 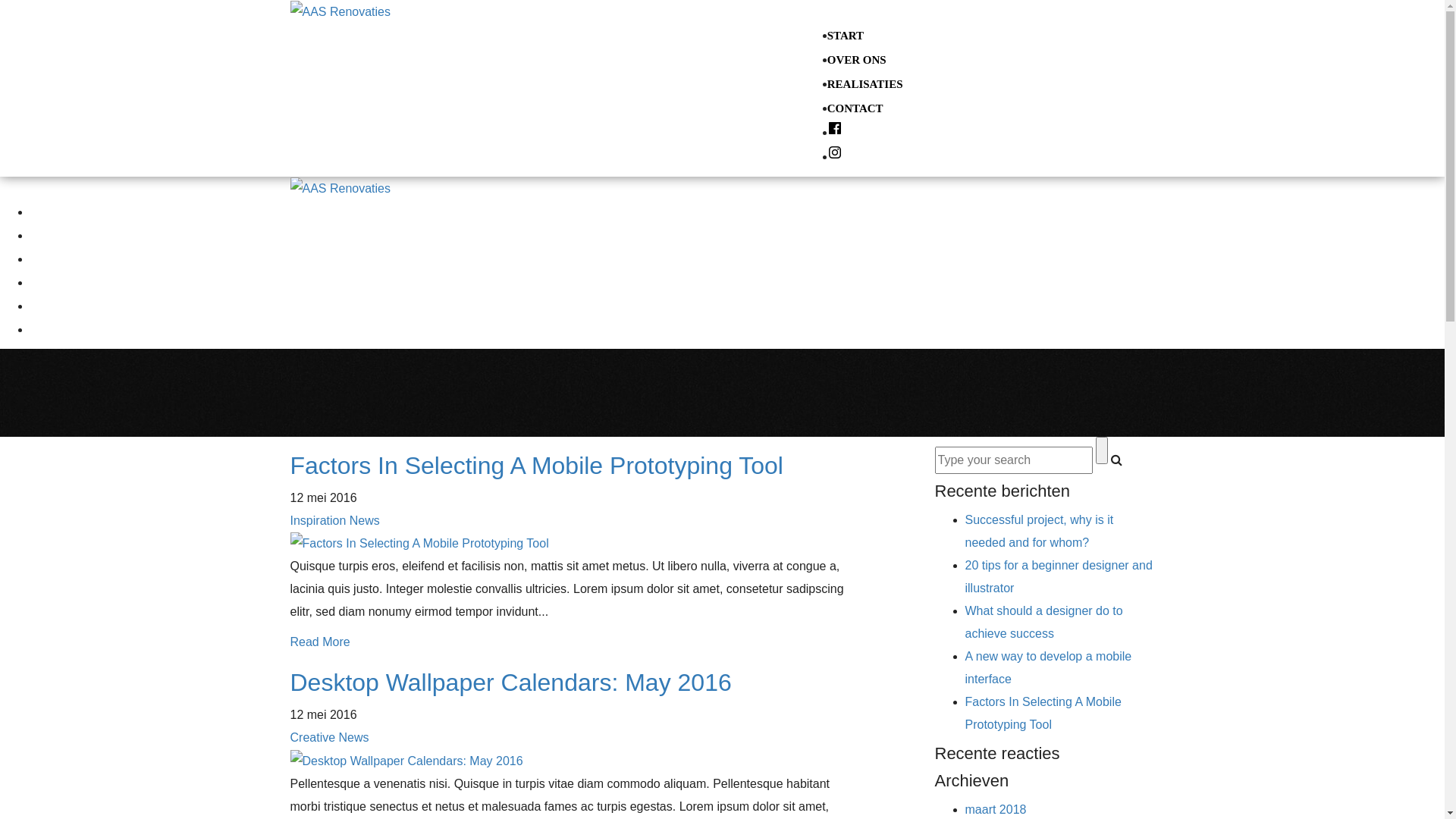 What do you see at coordinates (42, 211) in the screenshot?
I see `'Start'` at bounding box center [42, 211].